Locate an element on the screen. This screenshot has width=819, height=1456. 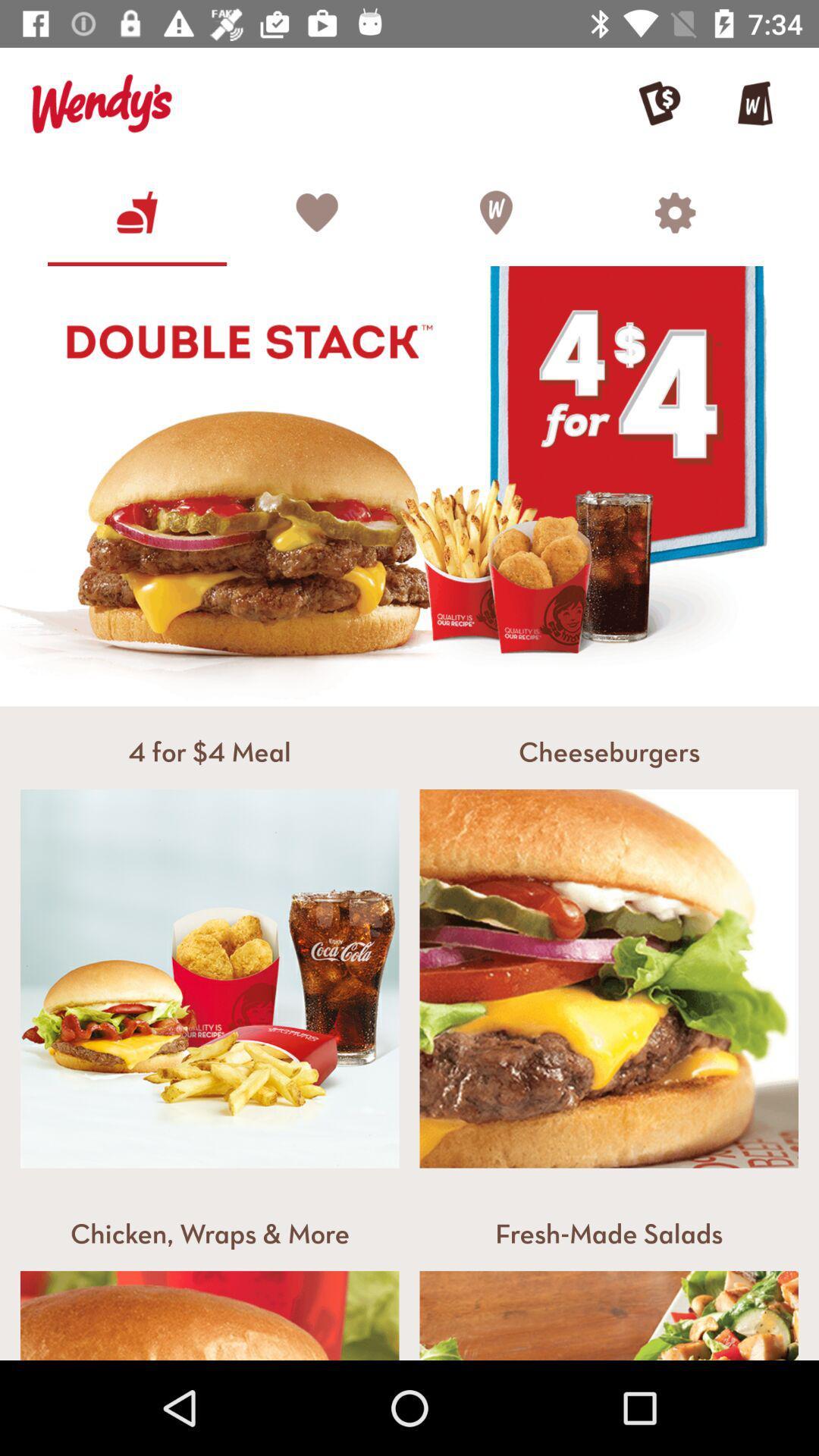
the heart icon which is above the double stack image is located at coordinates (315, 212).